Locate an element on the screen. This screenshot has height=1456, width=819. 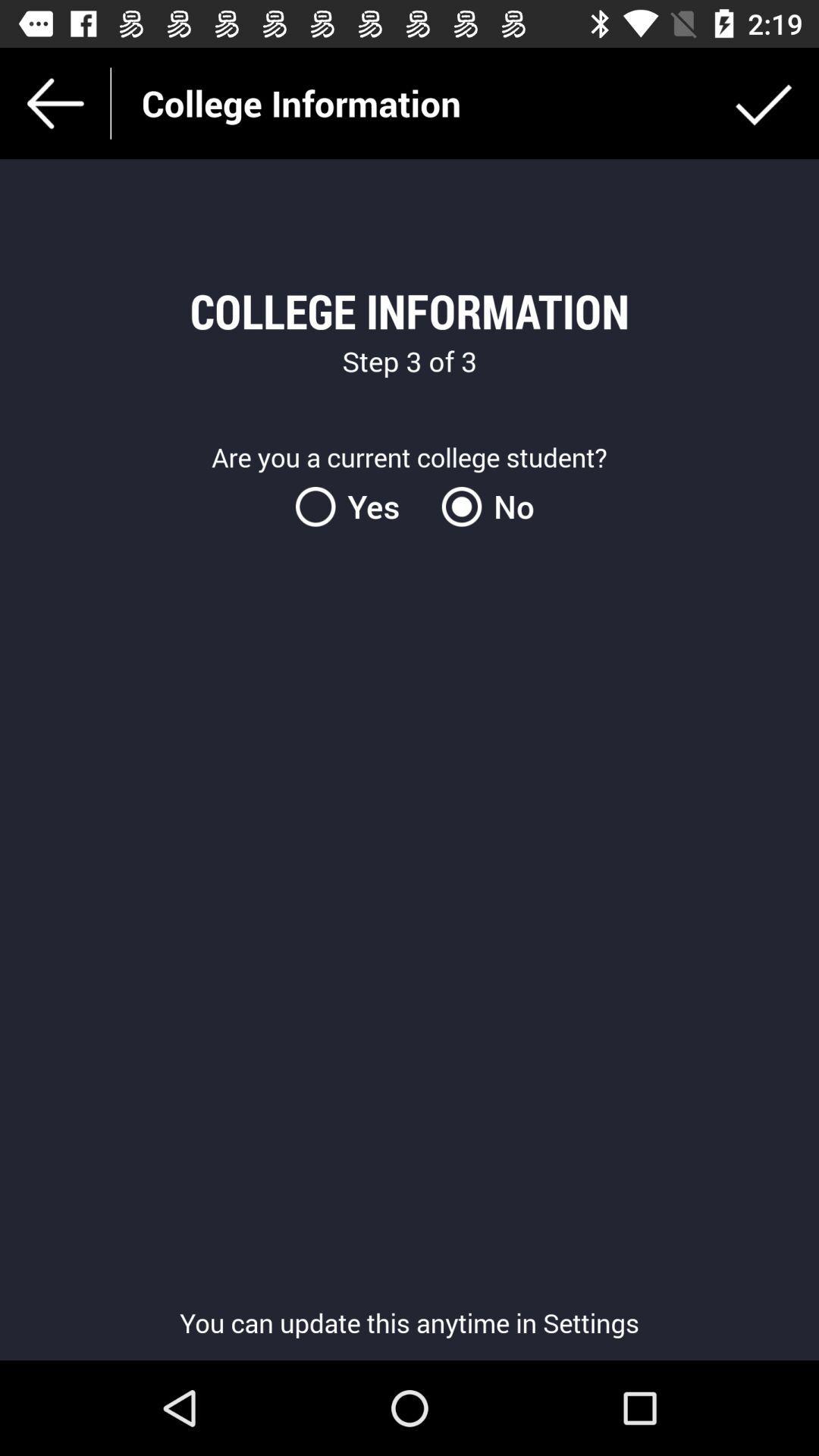
item above the you can update item is located at coordinates (356, 507).